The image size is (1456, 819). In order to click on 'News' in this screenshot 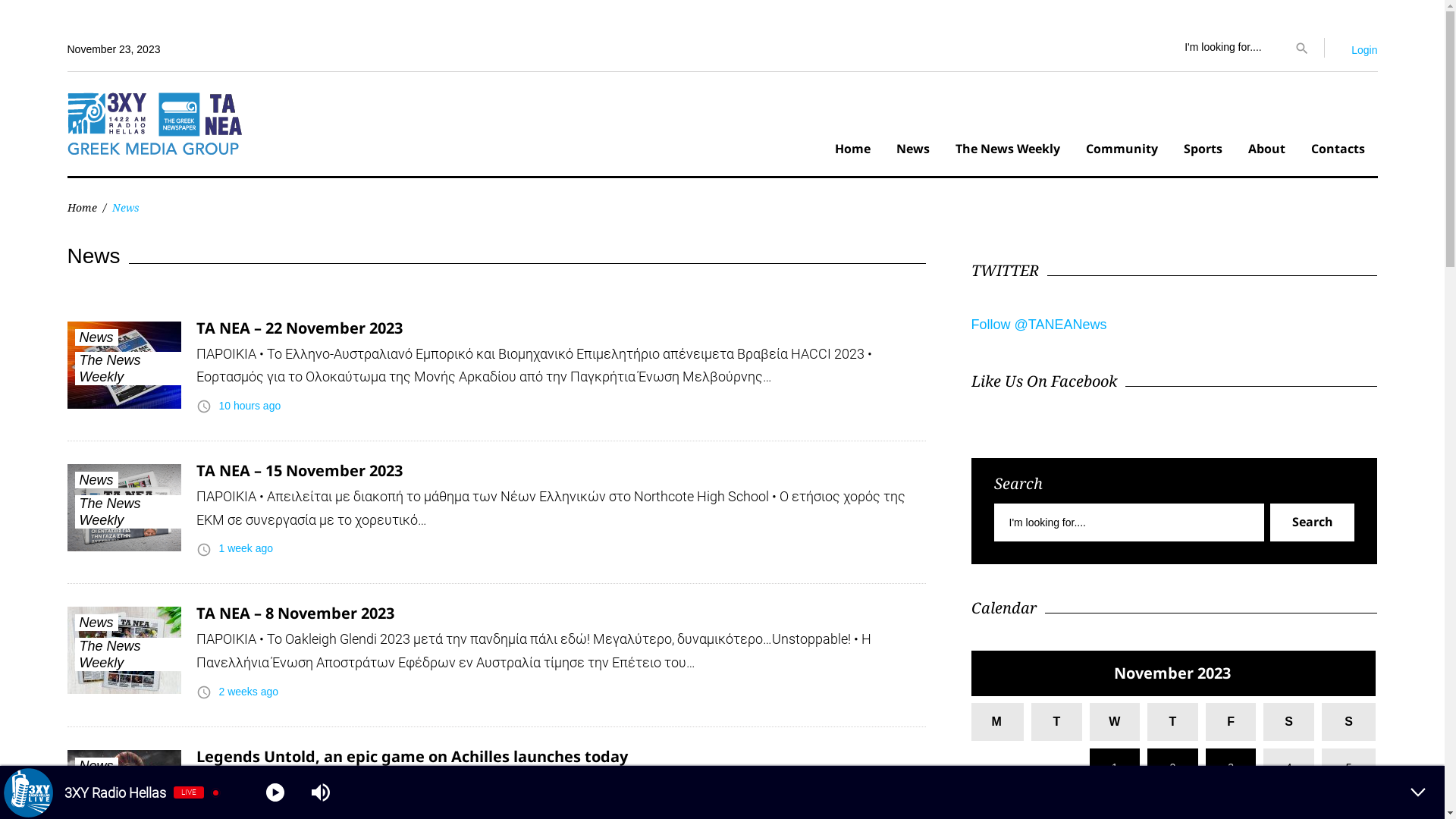, I will do `click(912, 151)`.